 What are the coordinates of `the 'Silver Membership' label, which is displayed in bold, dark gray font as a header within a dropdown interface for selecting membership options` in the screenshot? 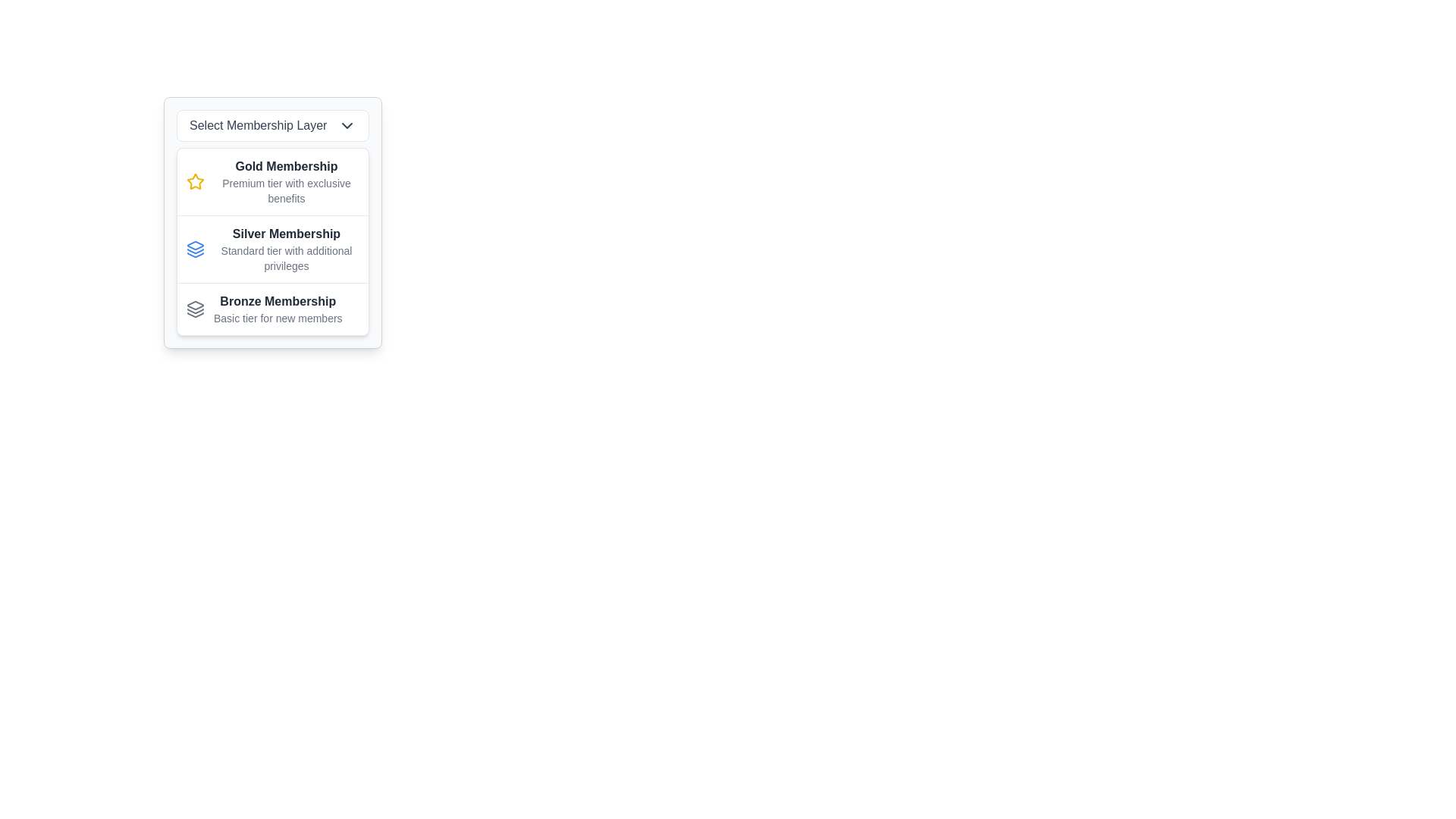 It's located at (287, 234).